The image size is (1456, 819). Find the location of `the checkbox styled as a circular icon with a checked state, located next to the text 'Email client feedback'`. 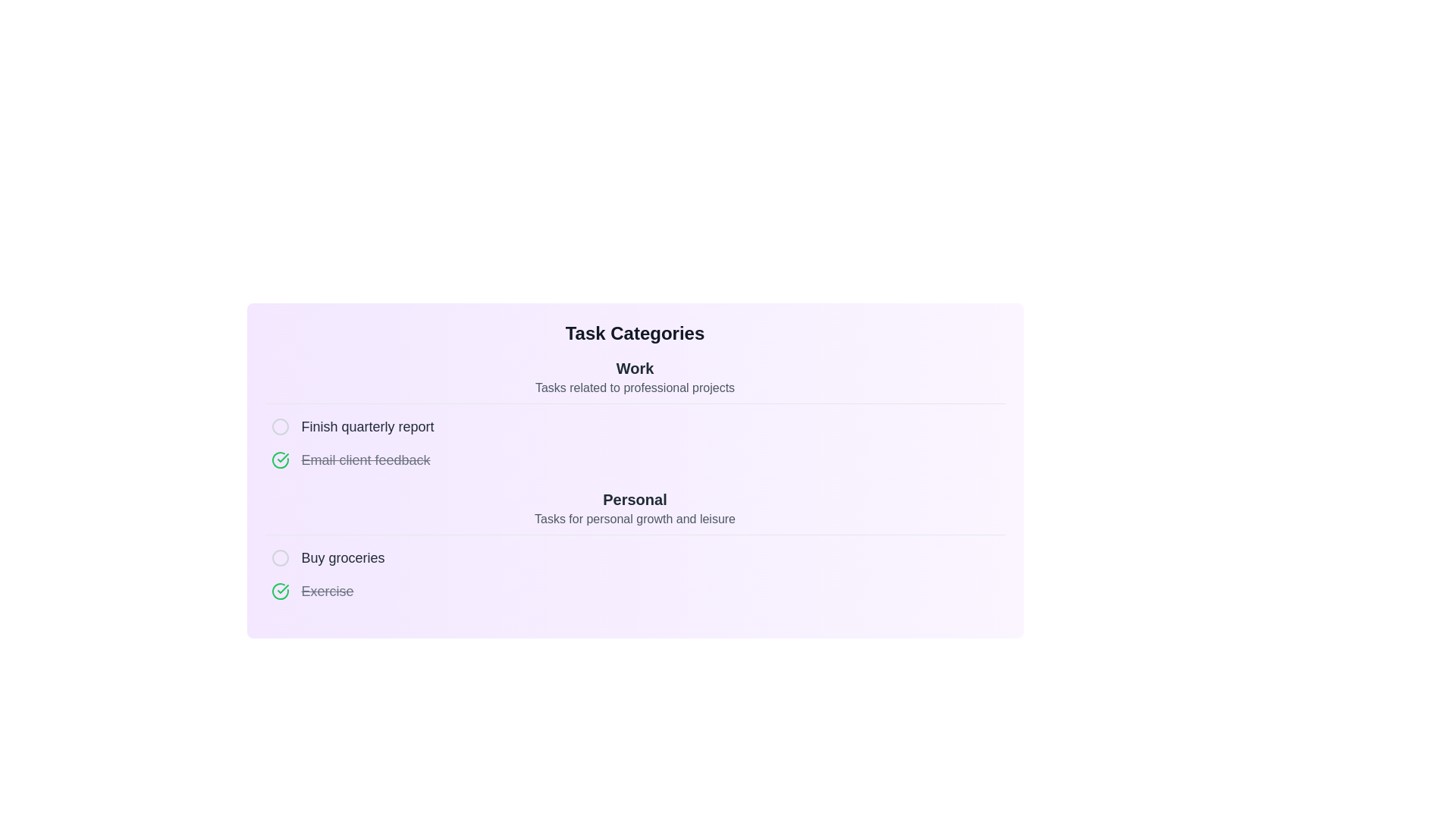

the checkbox styled as a circular icon with a checked state, located next to the text 'Email client feedback' is located at coordinates (280, 459).